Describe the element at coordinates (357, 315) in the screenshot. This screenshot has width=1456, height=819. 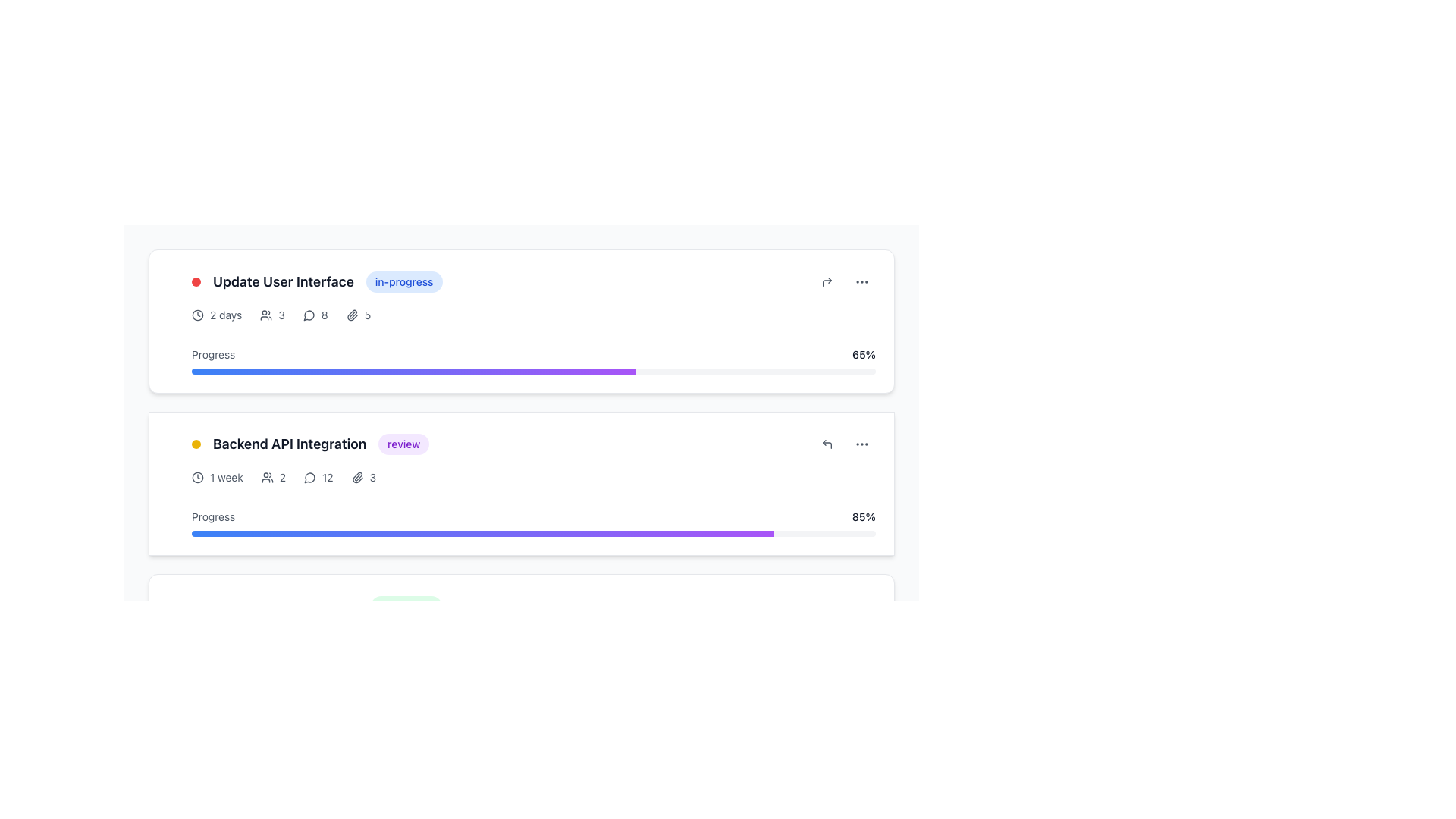
I see `the number indicating the count of attached files represented by a paperclip icon, located at the far right of the sequence in the first card, just before the progress bar` at that location.